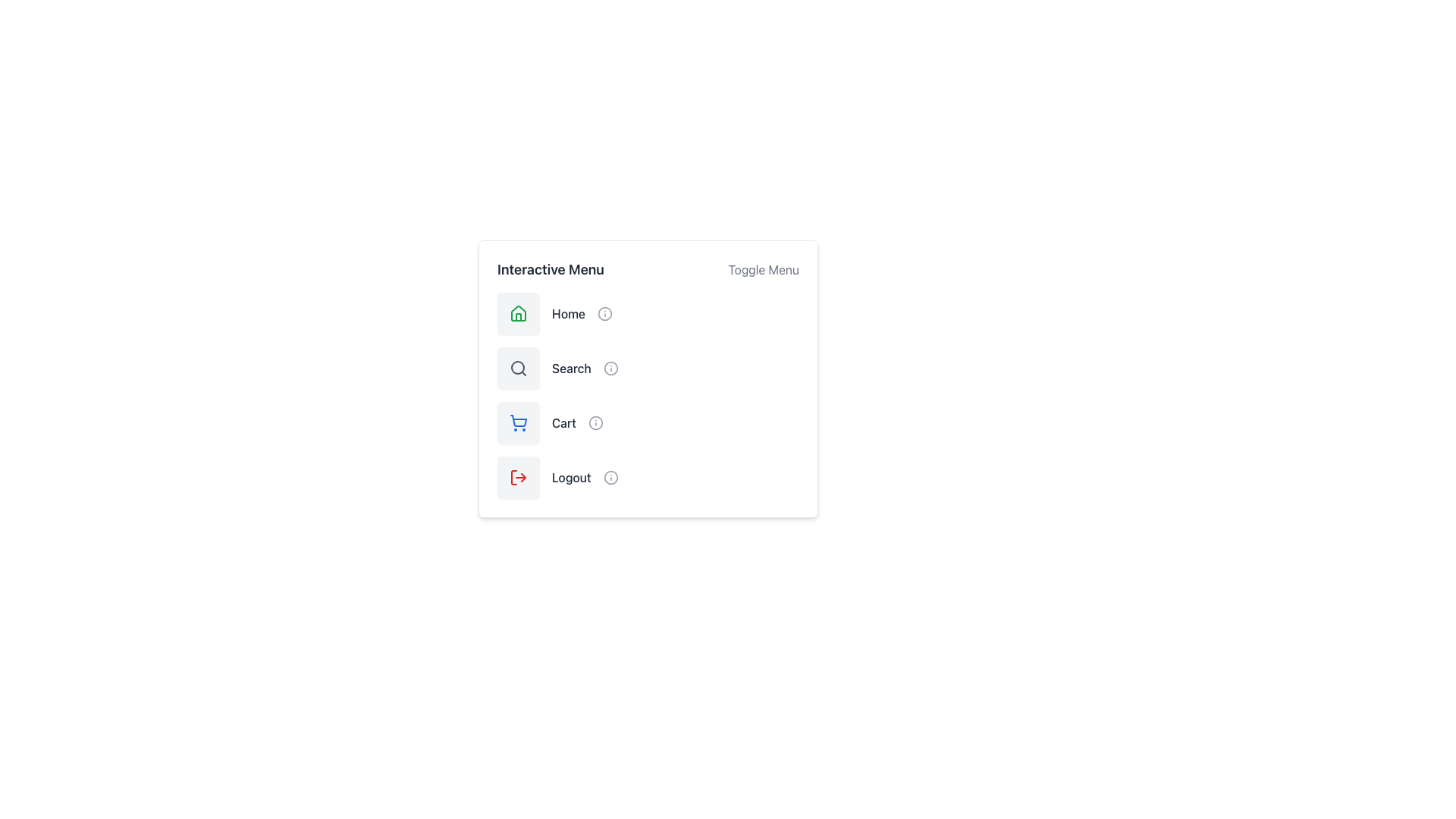 The height and width of the screenshot is (819, 1456). What do you see at coordinates (519, 421) in the screenshot?
I see `the shopping cart icon, which is the third item in the vertical menu located on the right side of the interface, to initiate interaction` at bounding box center [519, 421].